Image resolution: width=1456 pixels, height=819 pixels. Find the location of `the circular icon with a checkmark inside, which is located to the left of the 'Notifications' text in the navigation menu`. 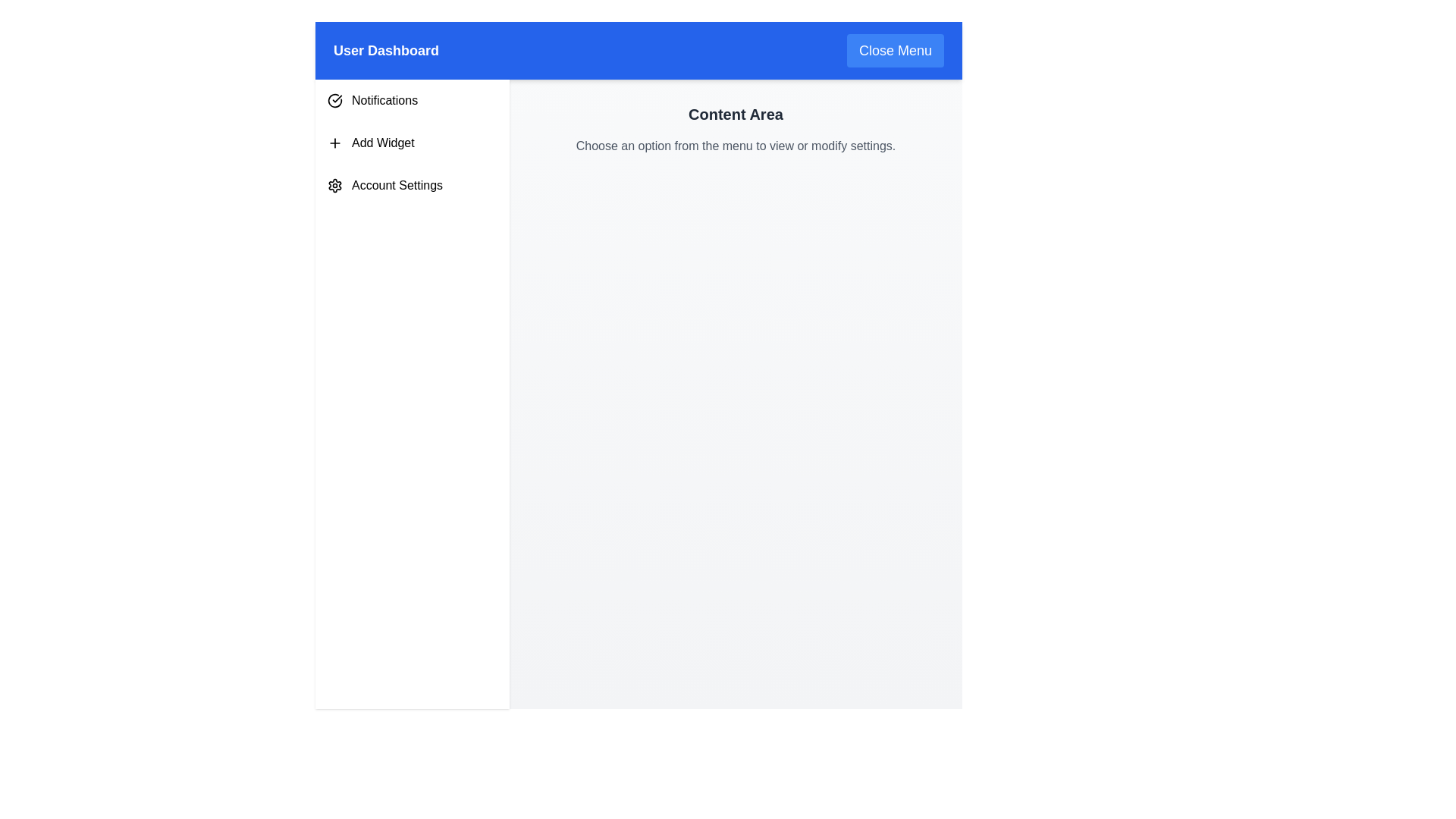

the circular icon with a checkmark inside, which is located to the left of the 'Notifications' text in the navigation menu is located at coordinates (334, 100).